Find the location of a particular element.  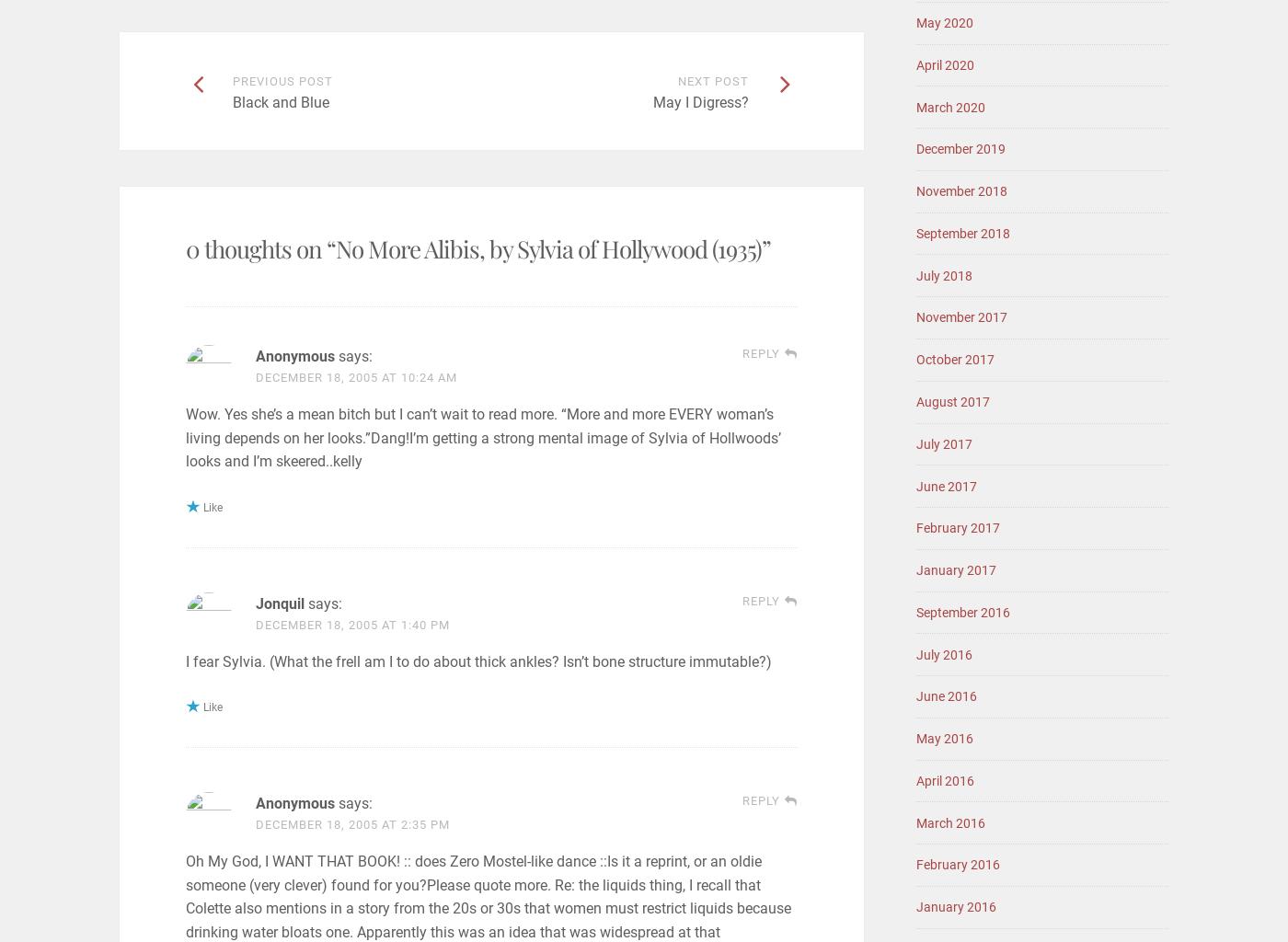

'December 18, 2005 at 2:35 pm' is located at coordinates (255, 823).